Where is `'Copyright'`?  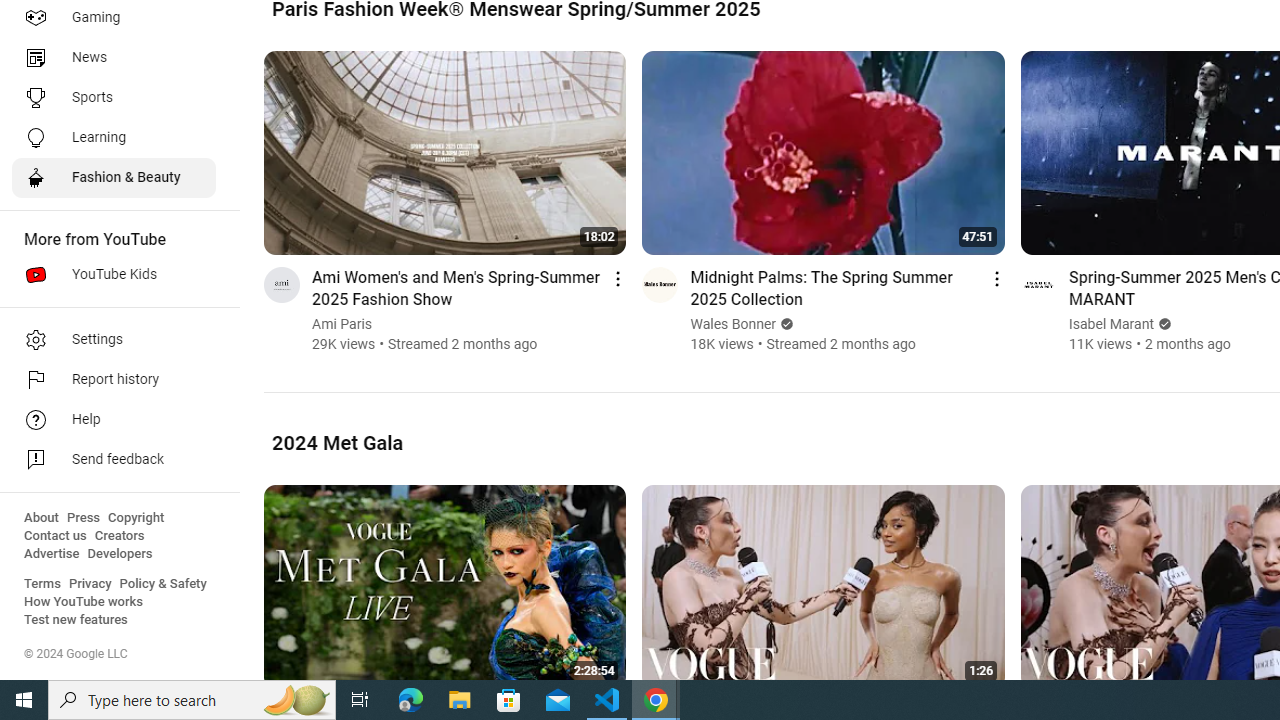 'Copyright' is located at coordinates (135, 517).